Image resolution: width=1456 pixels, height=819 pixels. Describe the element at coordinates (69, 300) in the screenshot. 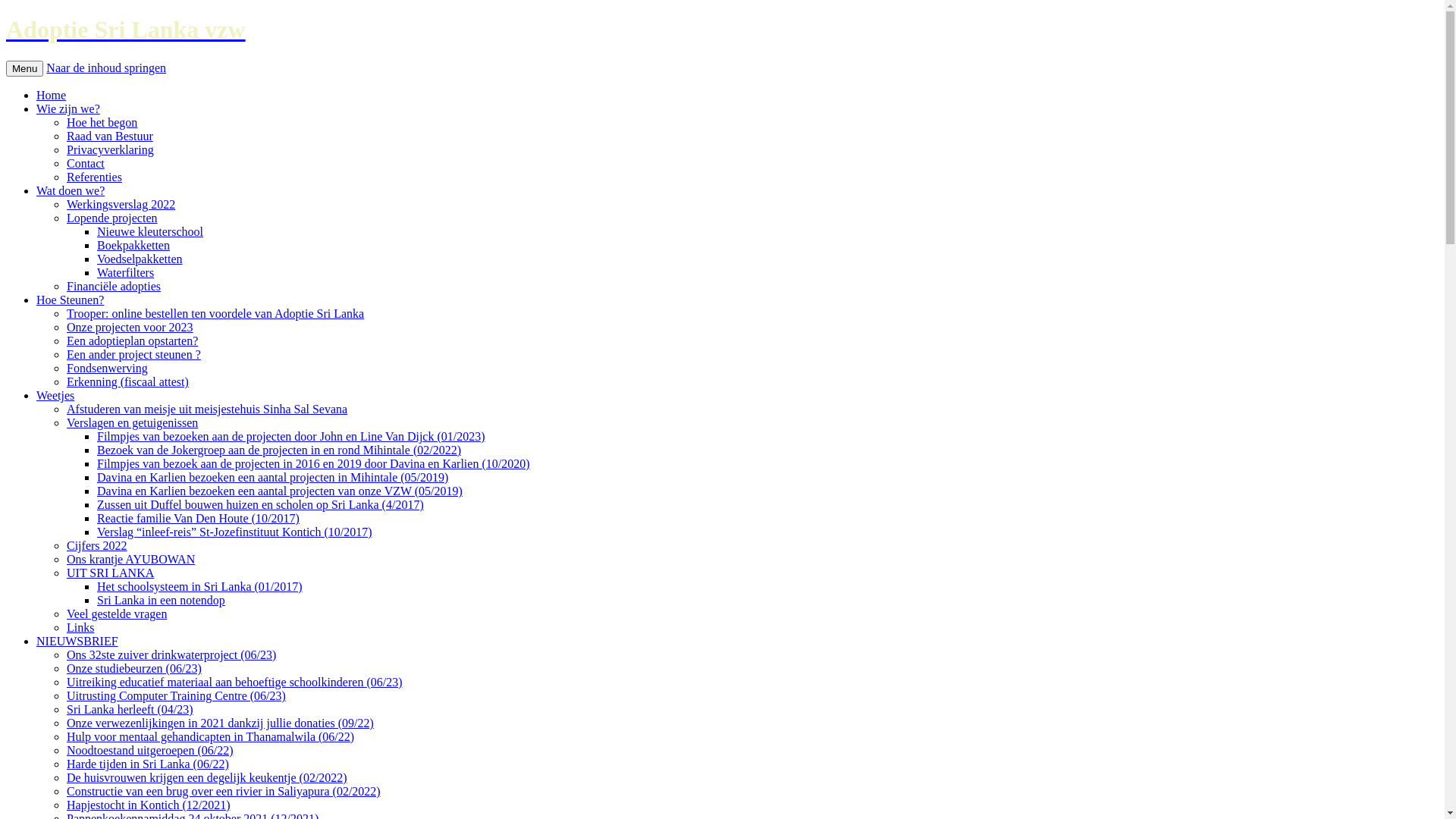

I see `'Hoe Steunen?'` at that location.